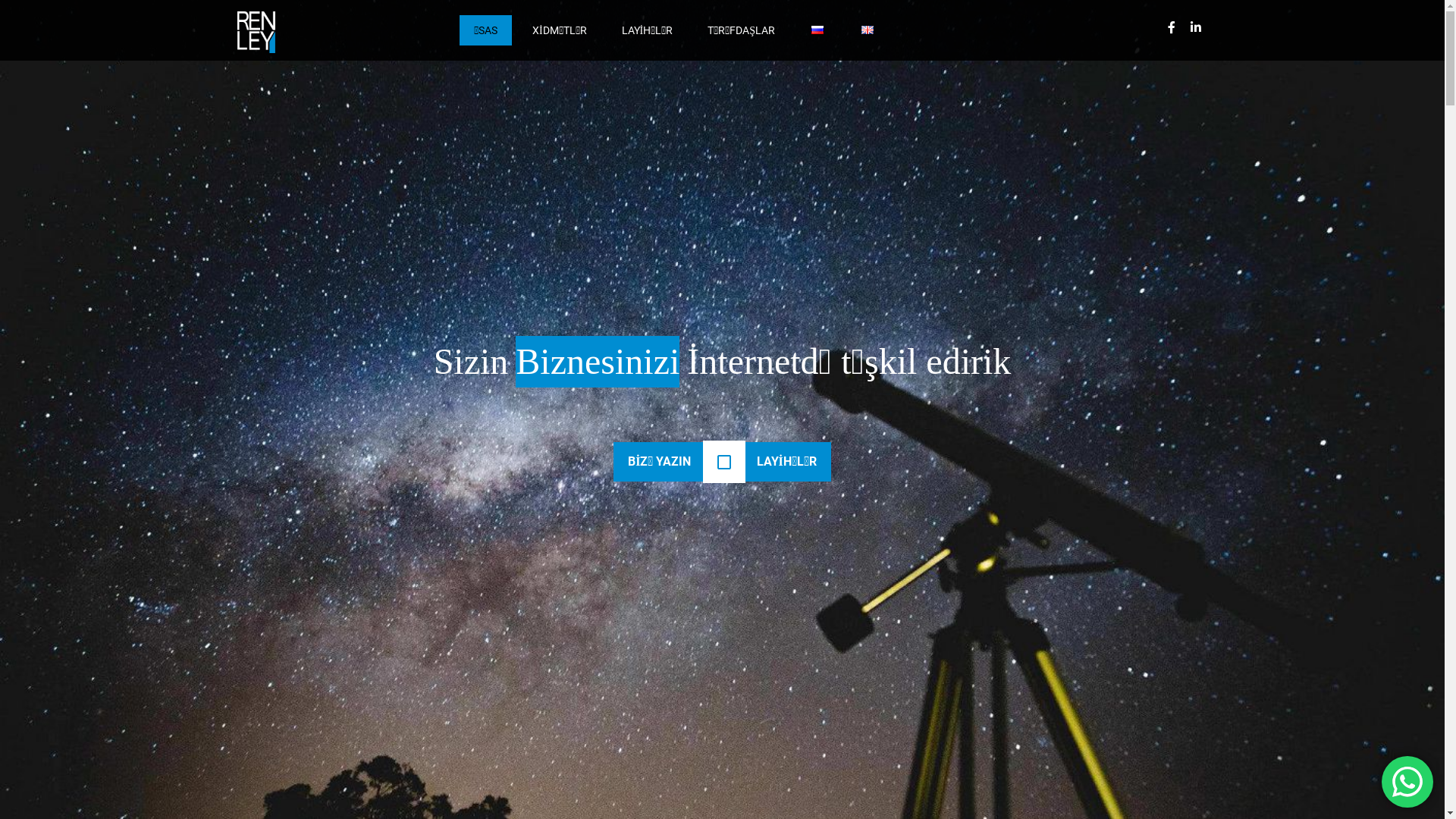 Image resolution: width=1456 pixels, height=819 pixels. Describe the element at coordinates (1407, 781) in the screenshot. I see `'WhatsApp us'` at that location.